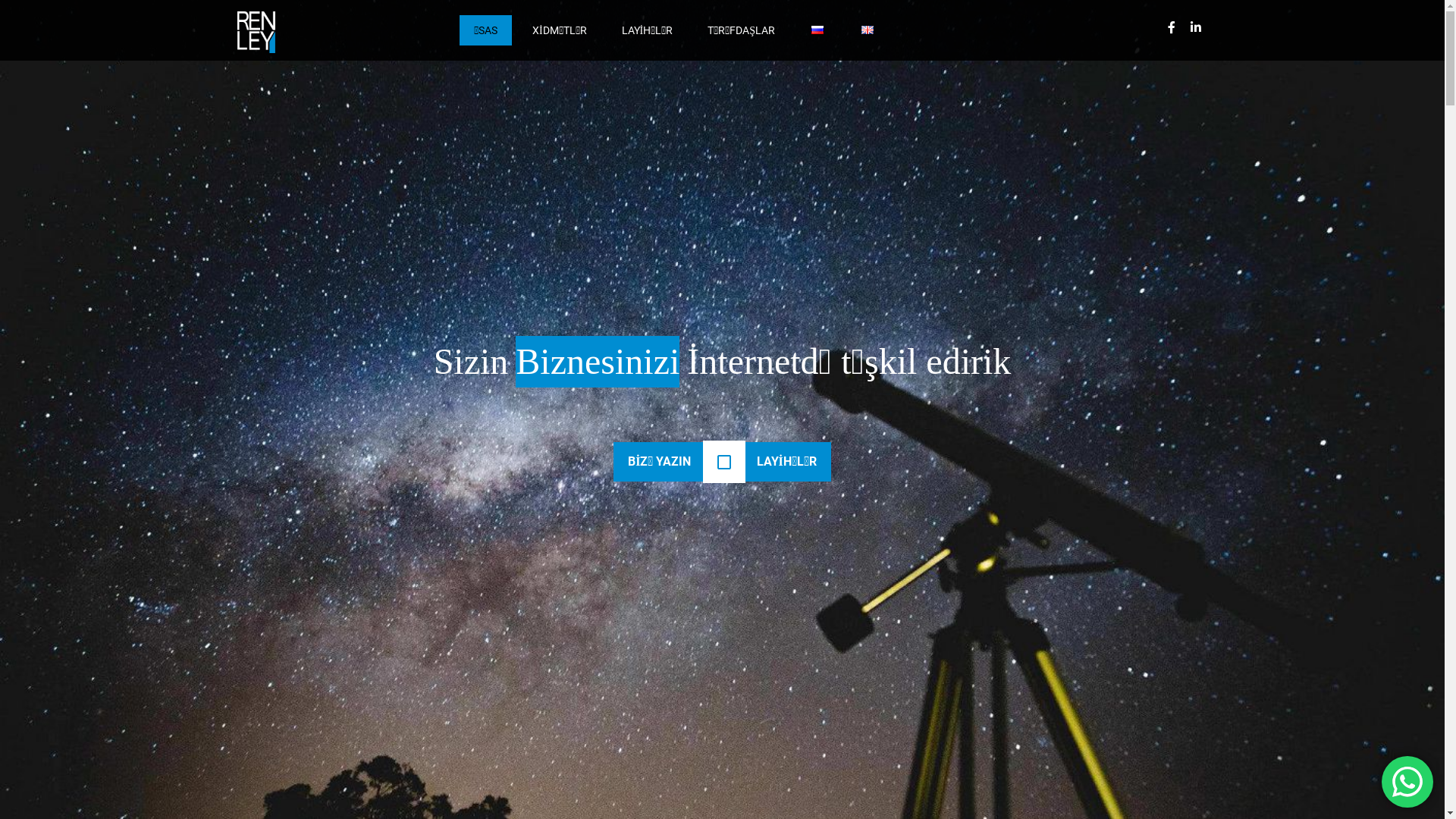 Image resolution: width=1456 pixels, height=819 pixels. Describe the element at coordinates (1407, 781) in the screenshot. I see `'WhatsApp us'` at that location.